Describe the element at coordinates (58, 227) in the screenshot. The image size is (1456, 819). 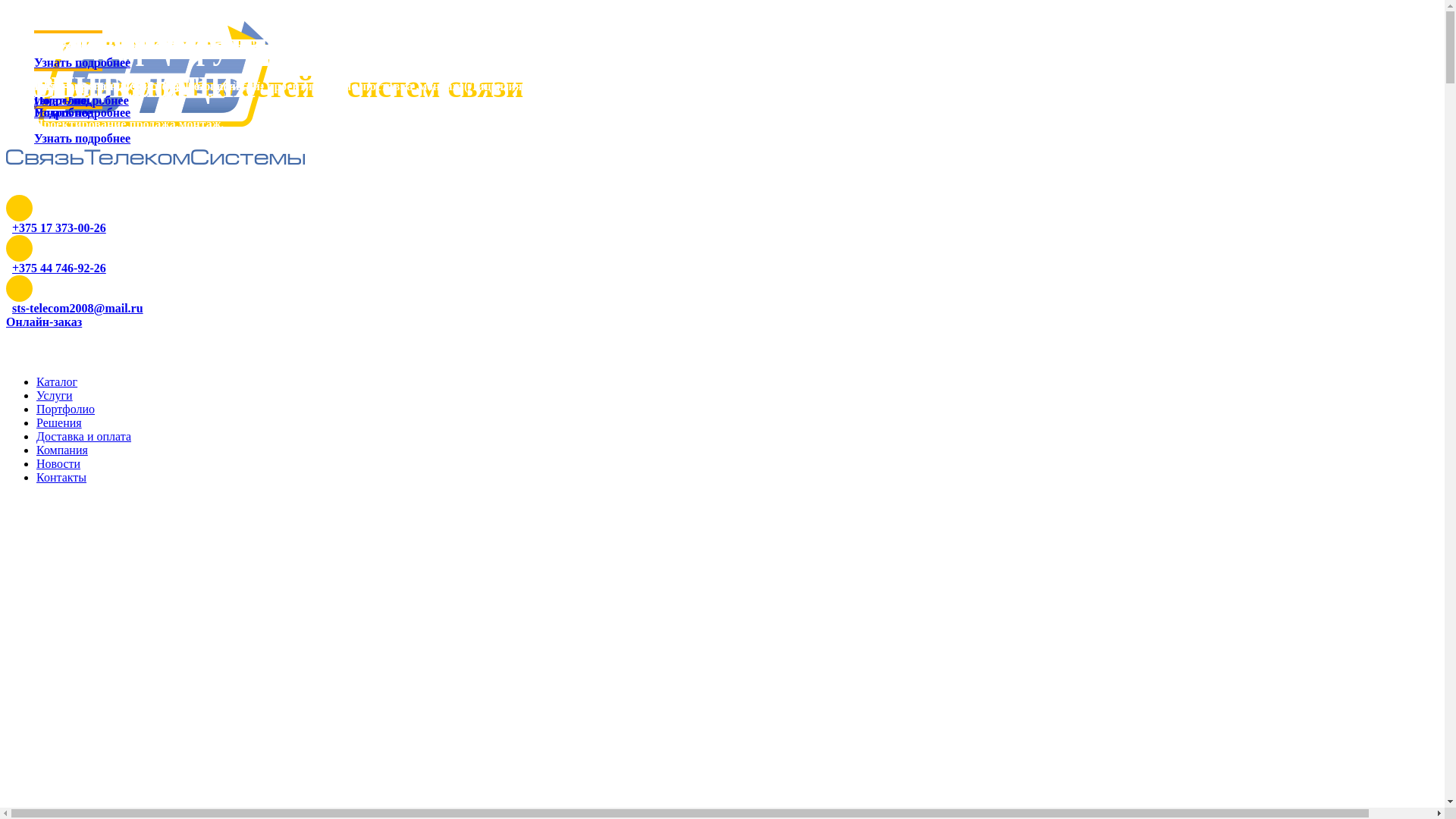
I see `'+375 17 373-00-26'` at that location.